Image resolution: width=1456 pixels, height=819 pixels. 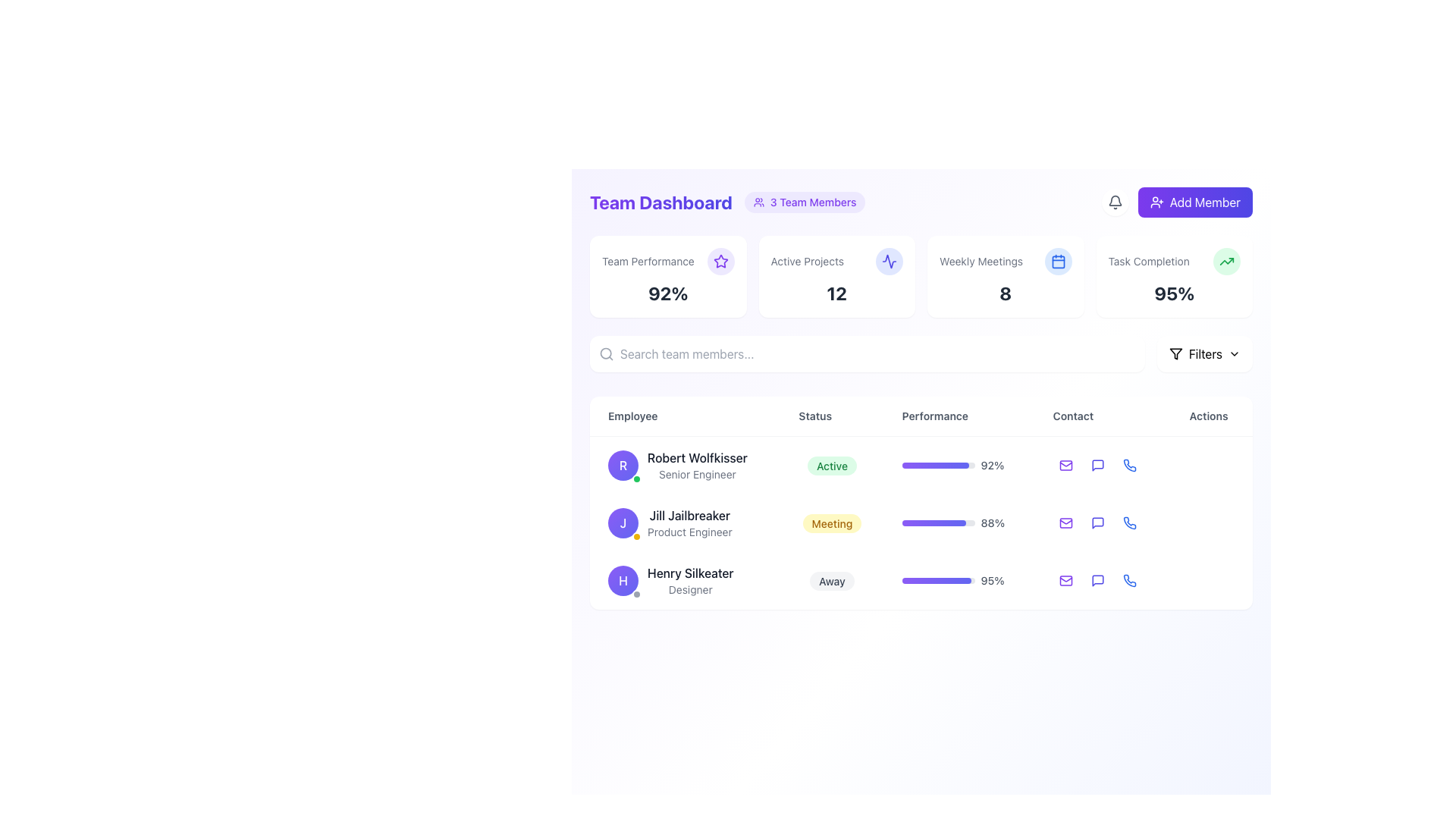 What do you see at coordinates (1006, 293) in the screenshot?
I see `the Text display element that shows the number of weekly meetings, which is located at the center-bottom area of the card displaying 'Weekly Meetings' with the number '8'` at bounding box center [1006, 293].